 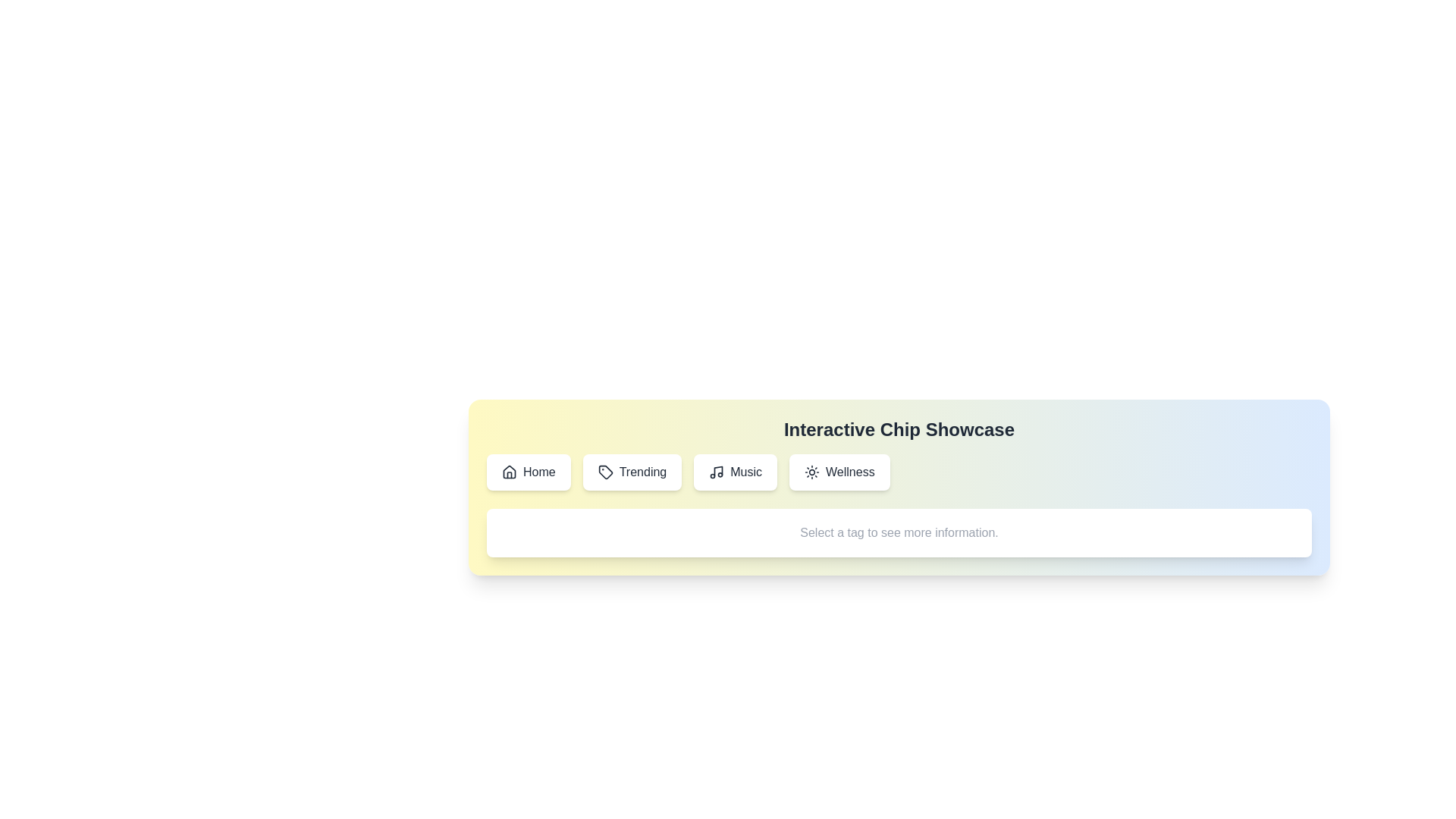 What do you see at coordinates (736, 472) in the screenshot?
I see `the chip labeled Music` at bounding box center [736, 472].